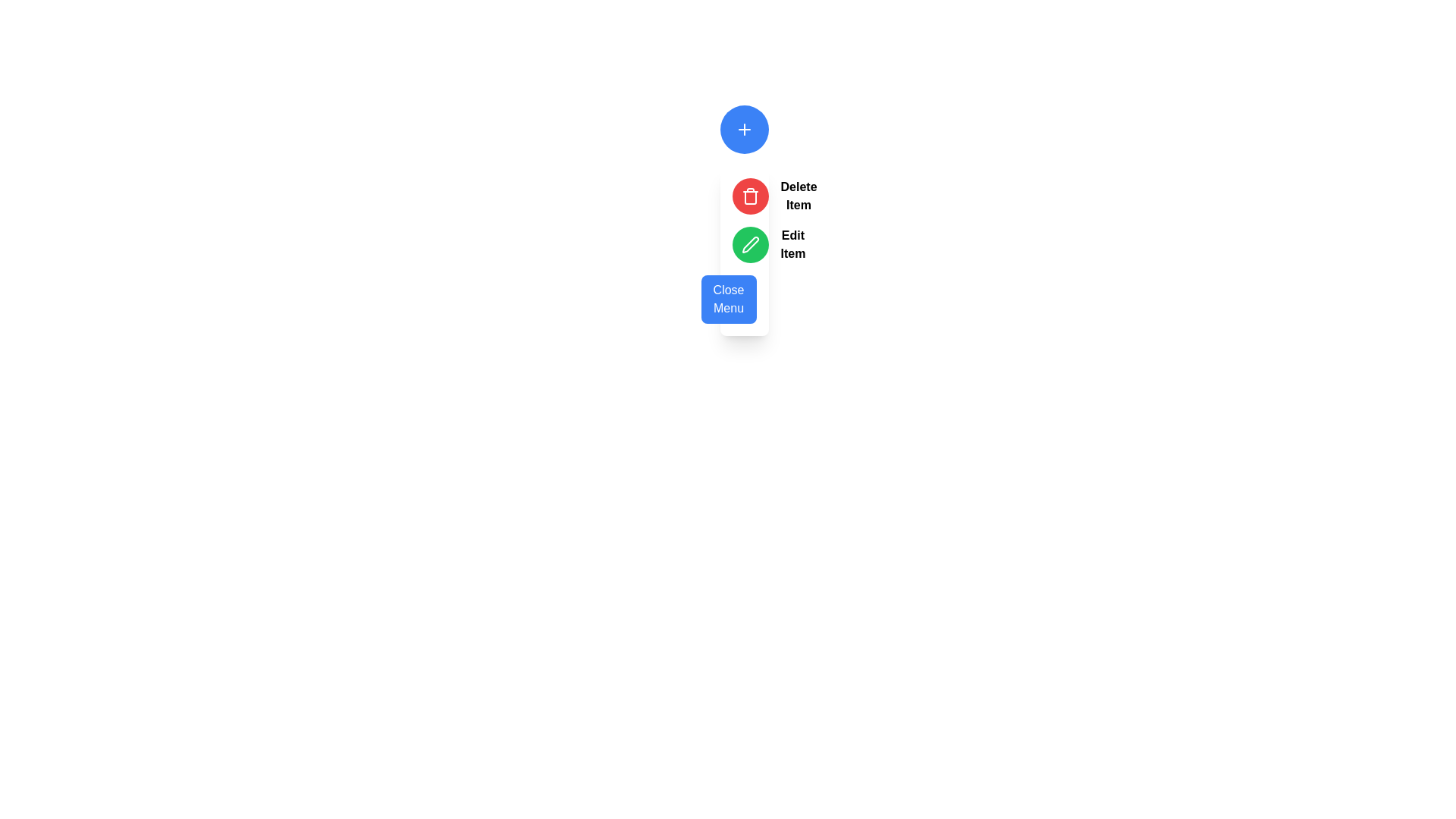  Describe the element at coordinates (744, 128) in the screenshot. I see `the small blue circular button with a white 'plus' icon at the topmost position of the vertical menu stack` at that location.